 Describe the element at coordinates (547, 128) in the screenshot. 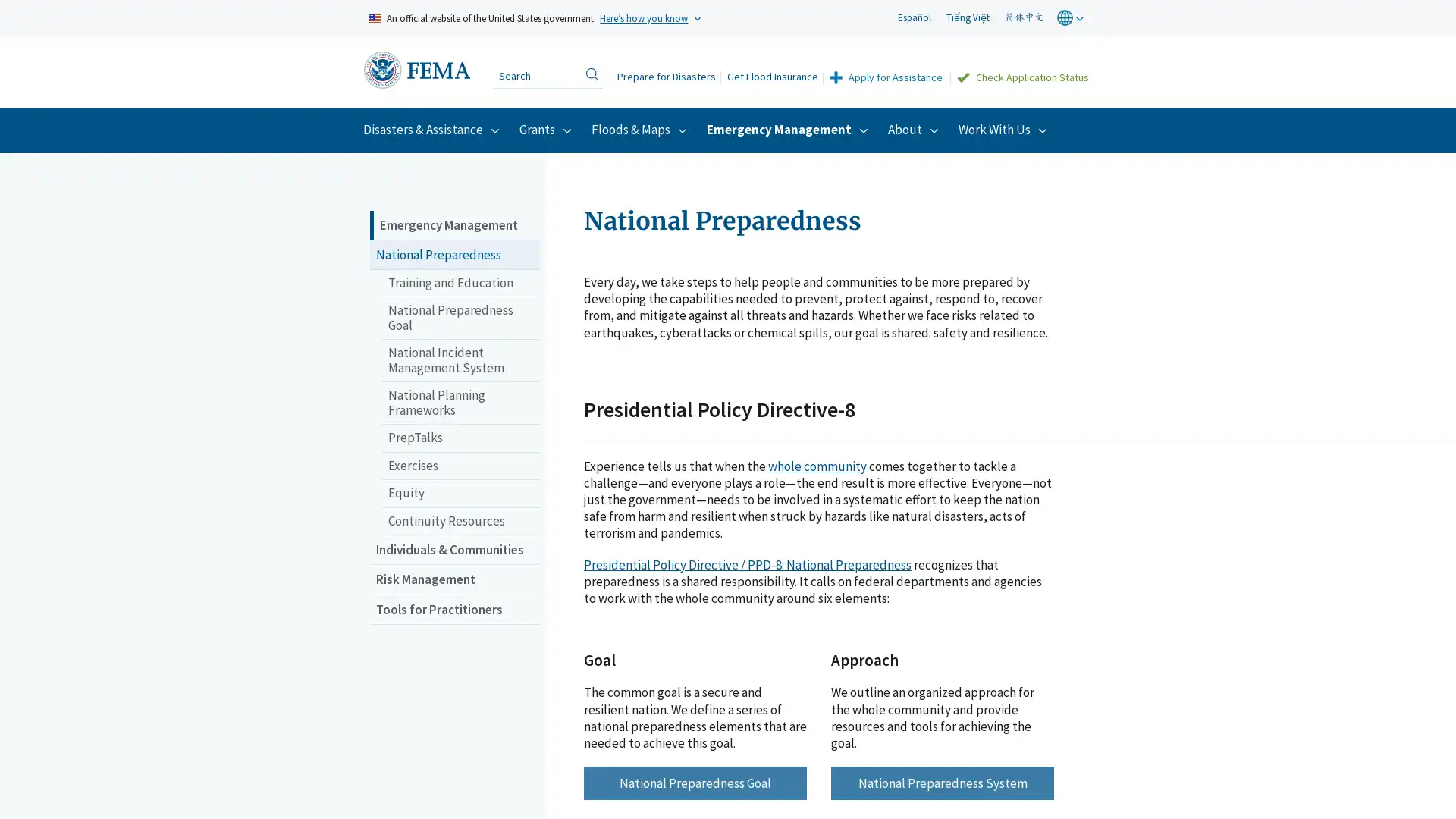

I see `Grants` at that location.